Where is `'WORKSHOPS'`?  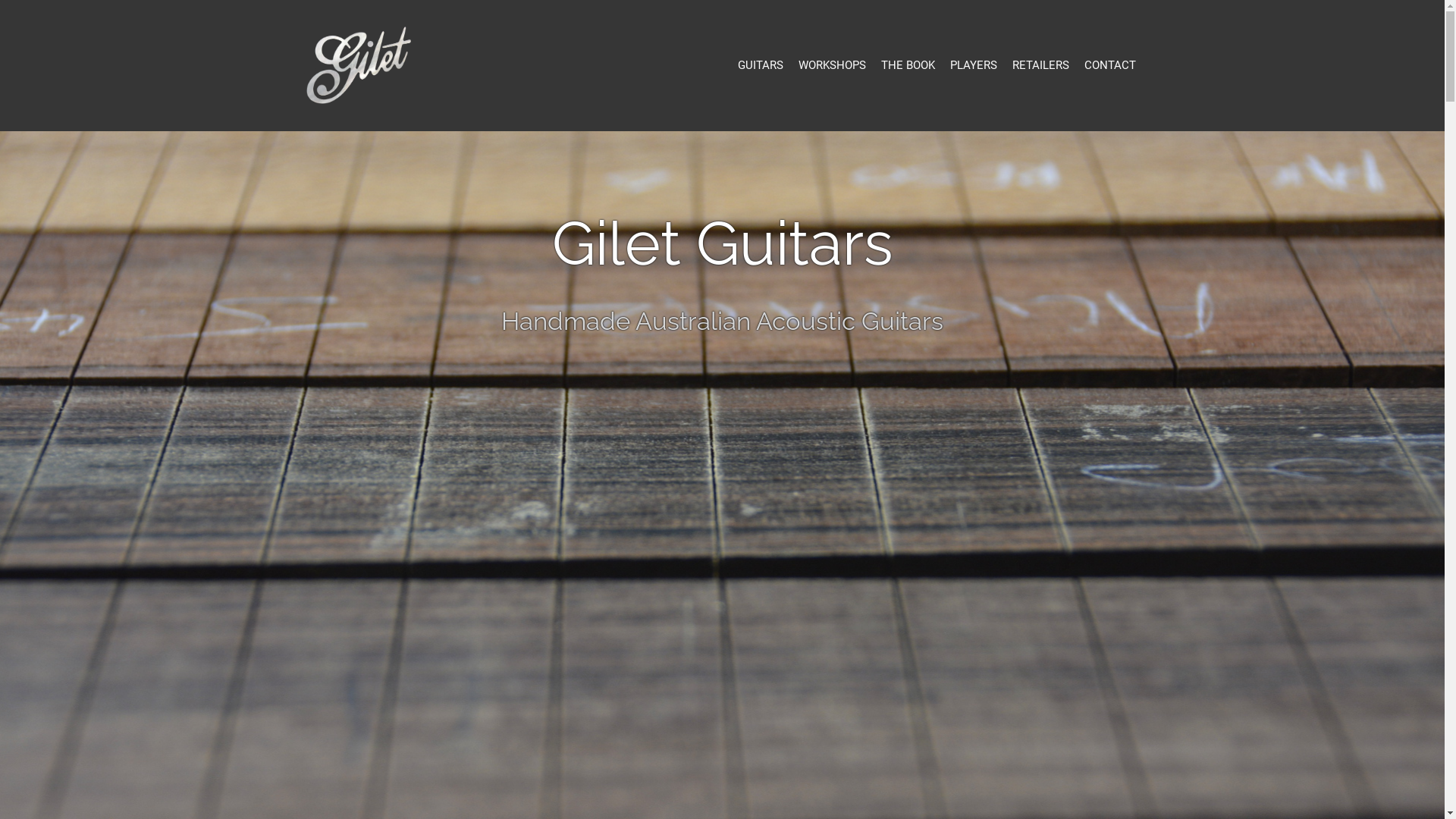 'WORKSHOPS' is located at coordinates (830, 64).